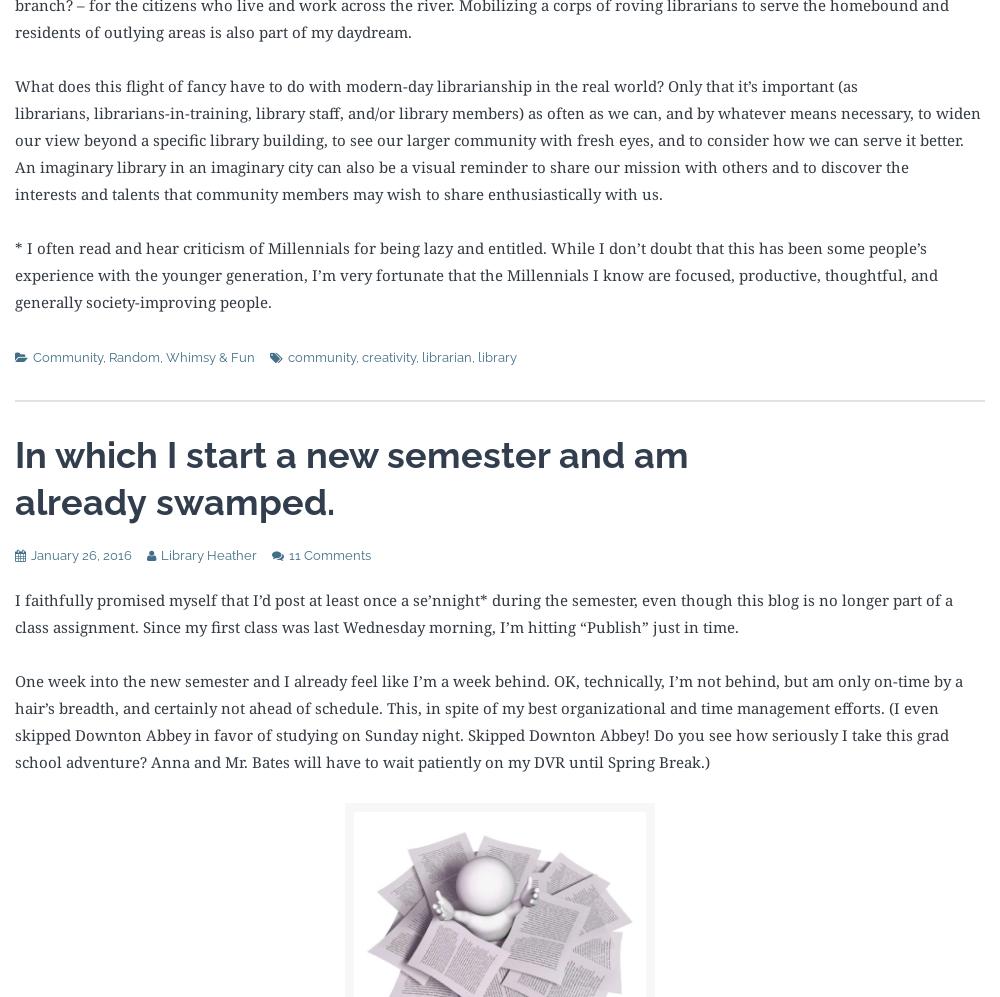  I want to click on 'Random', so click(134, 356).